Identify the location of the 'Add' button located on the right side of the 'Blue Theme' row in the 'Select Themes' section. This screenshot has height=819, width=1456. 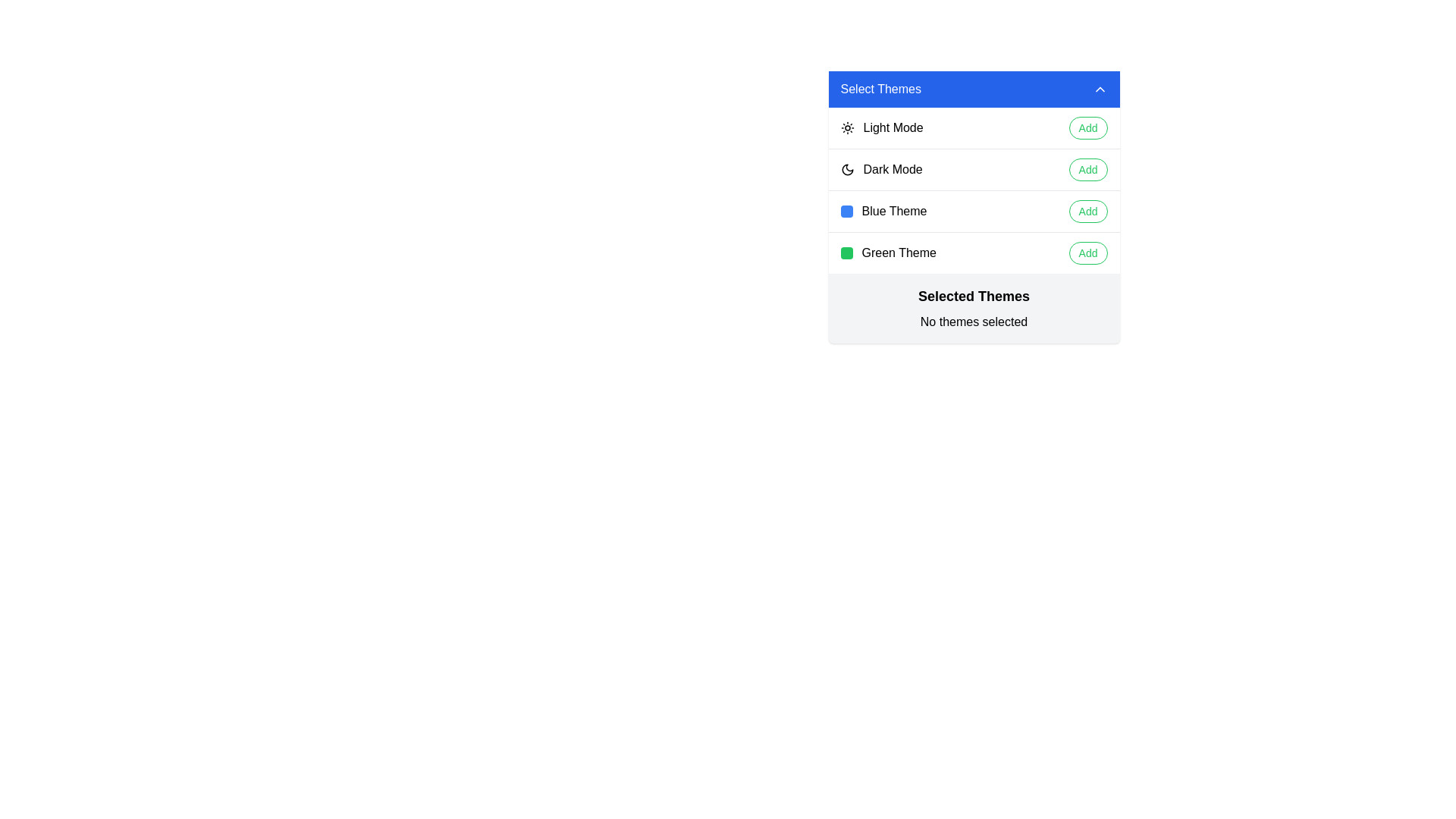
(974, 211).